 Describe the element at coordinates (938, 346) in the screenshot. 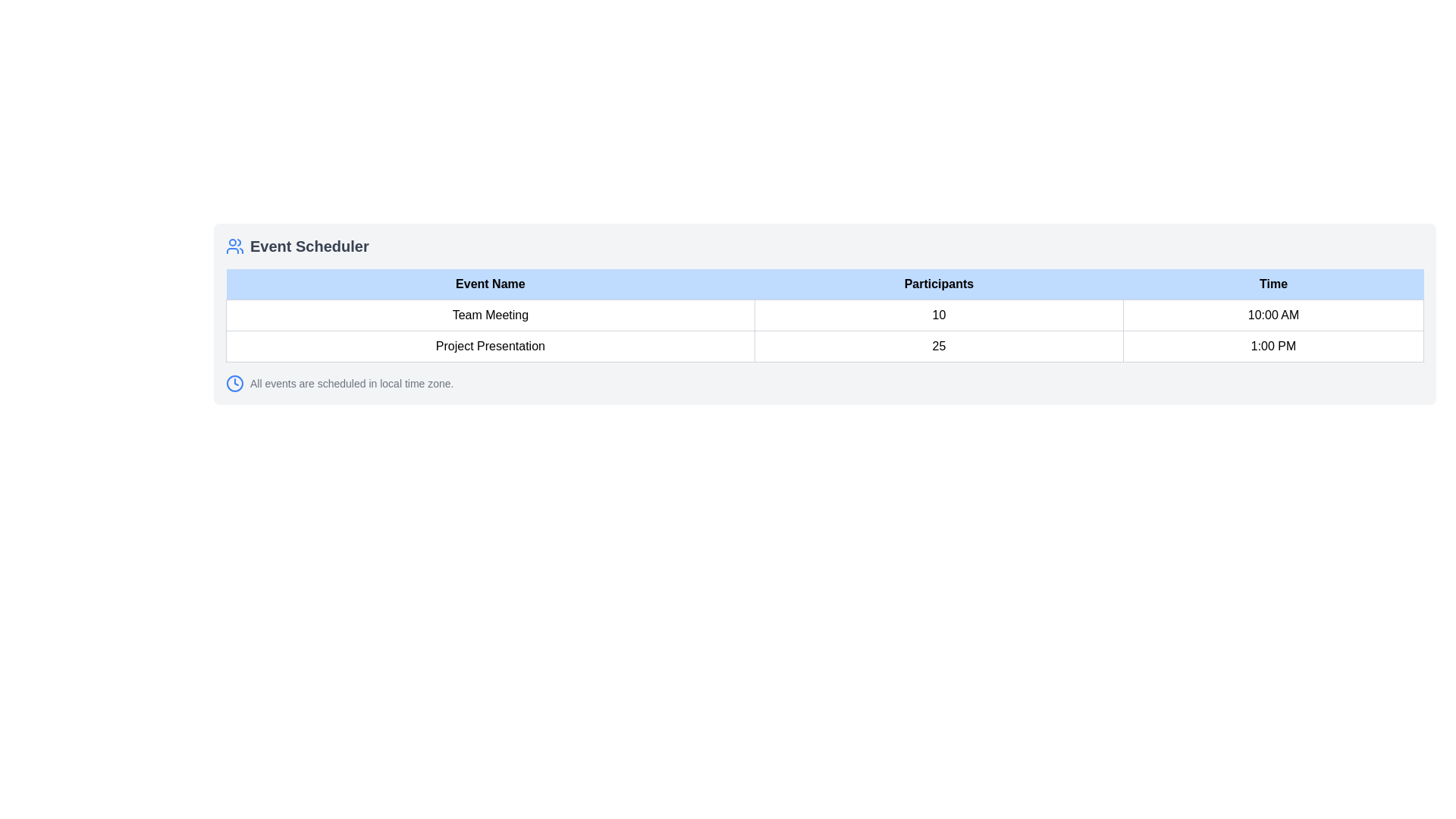

I see `the Table Cell in the second column of the second row under the 'Participants' header, which indicates the number of participants (25) for the event` at that location.